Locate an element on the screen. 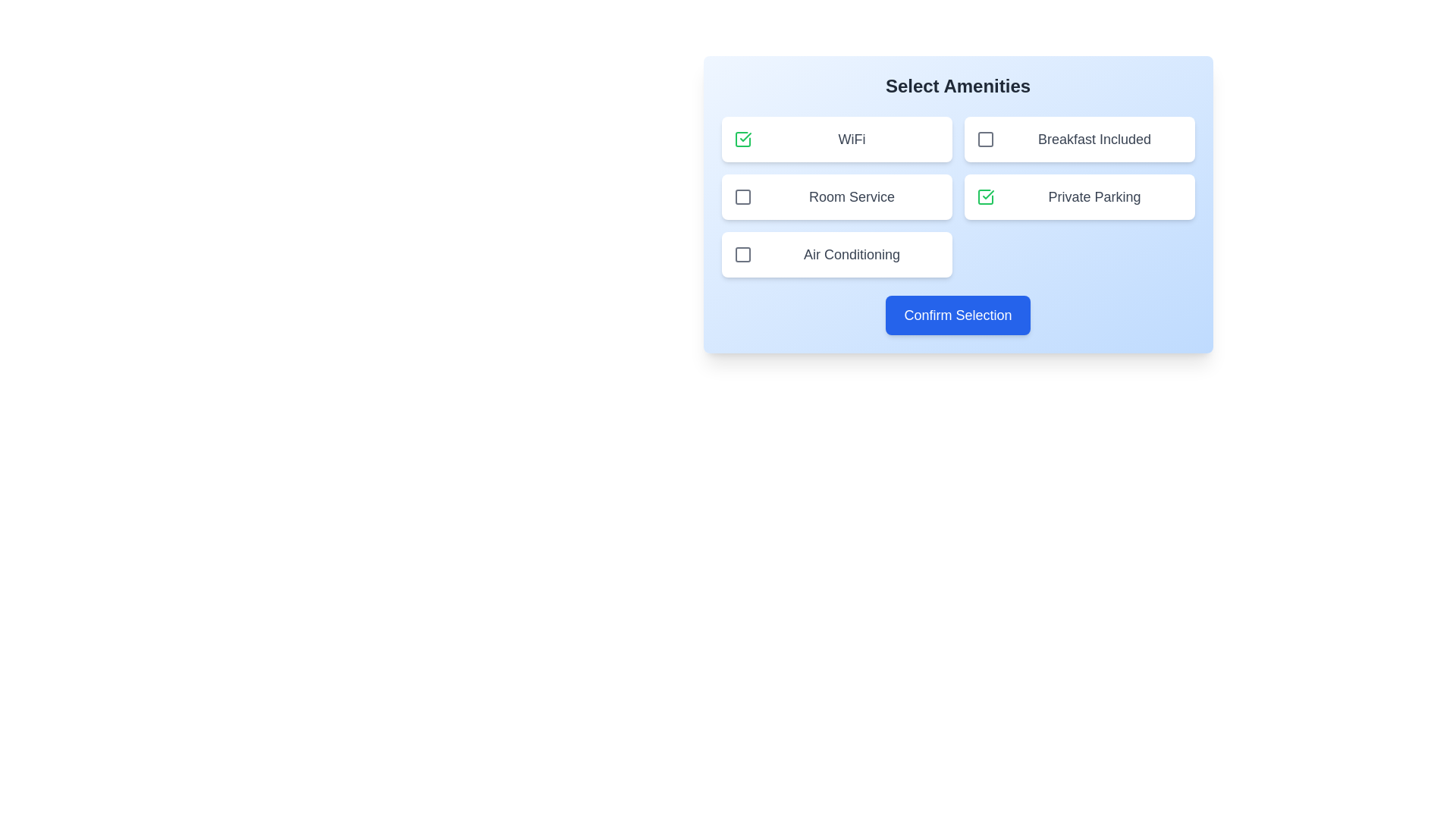 Image resolution: width=1456 pixels, height=819 pixels. the checkbox labeled 'Breakfast Included' is located at coordinates (1078, 140).